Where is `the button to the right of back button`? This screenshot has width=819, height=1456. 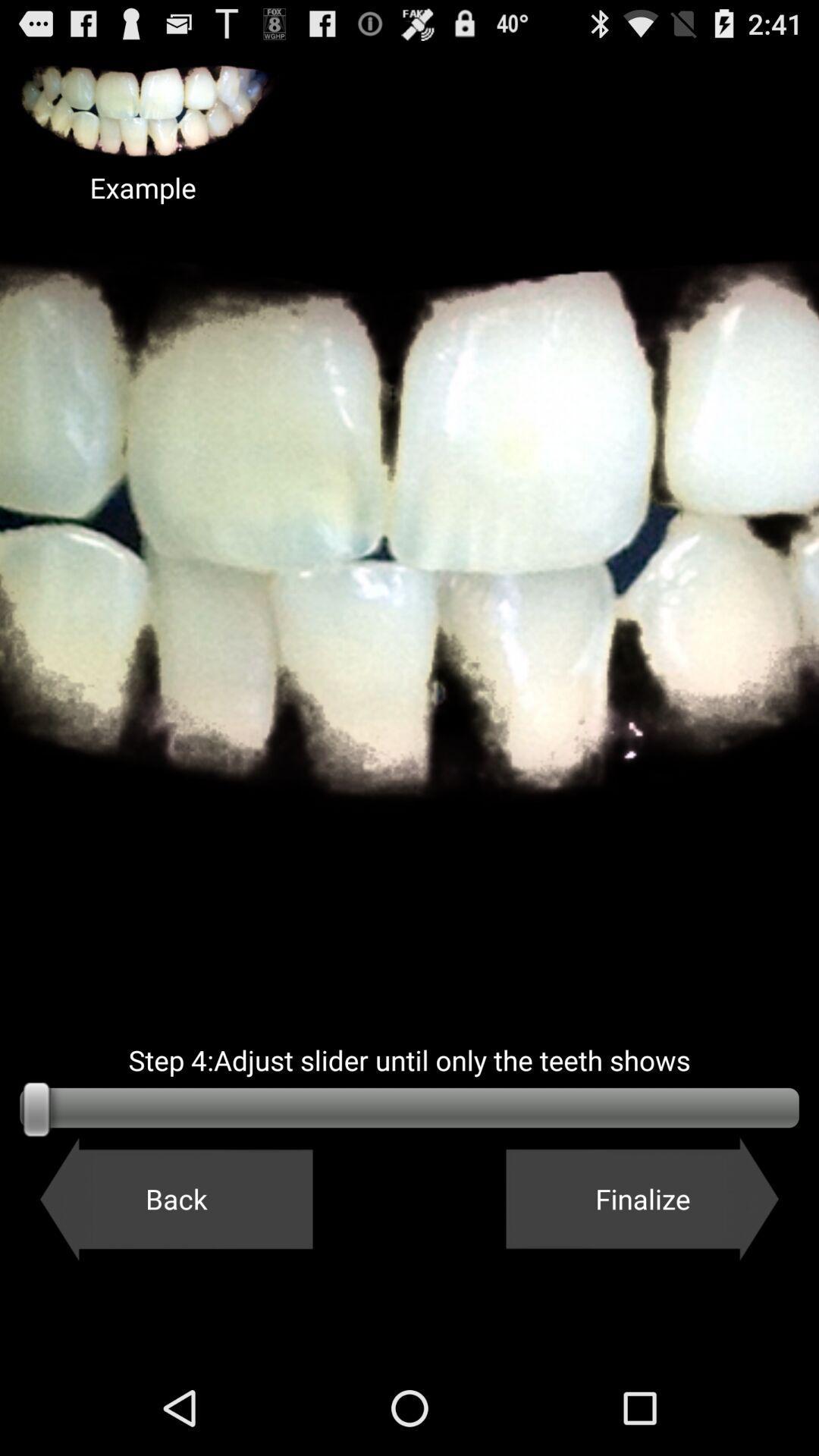 the button to the right of back button is located at coordinates (642, 1198).